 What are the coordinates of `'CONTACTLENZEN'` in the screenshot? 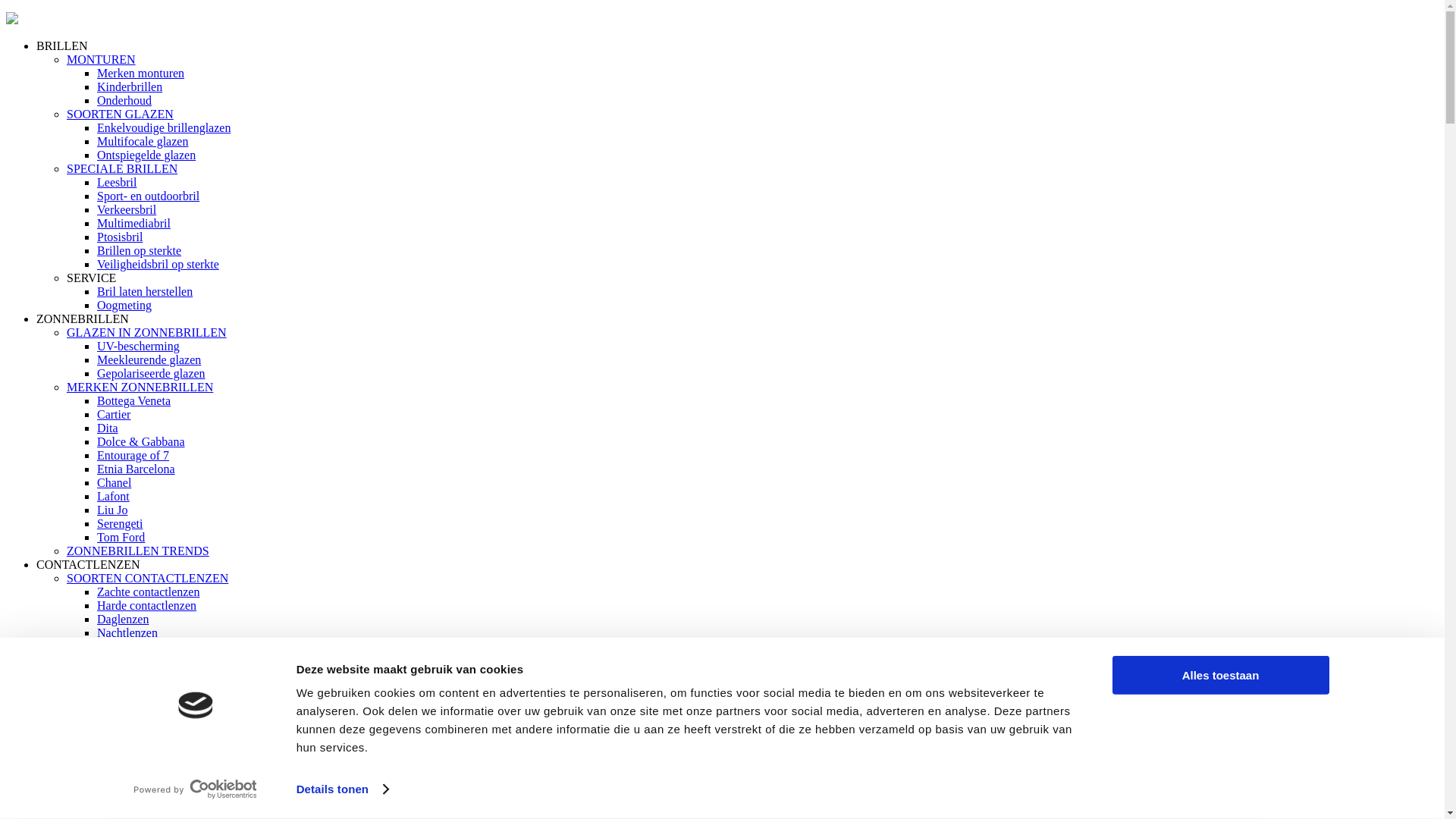 It's located at (86, 564).